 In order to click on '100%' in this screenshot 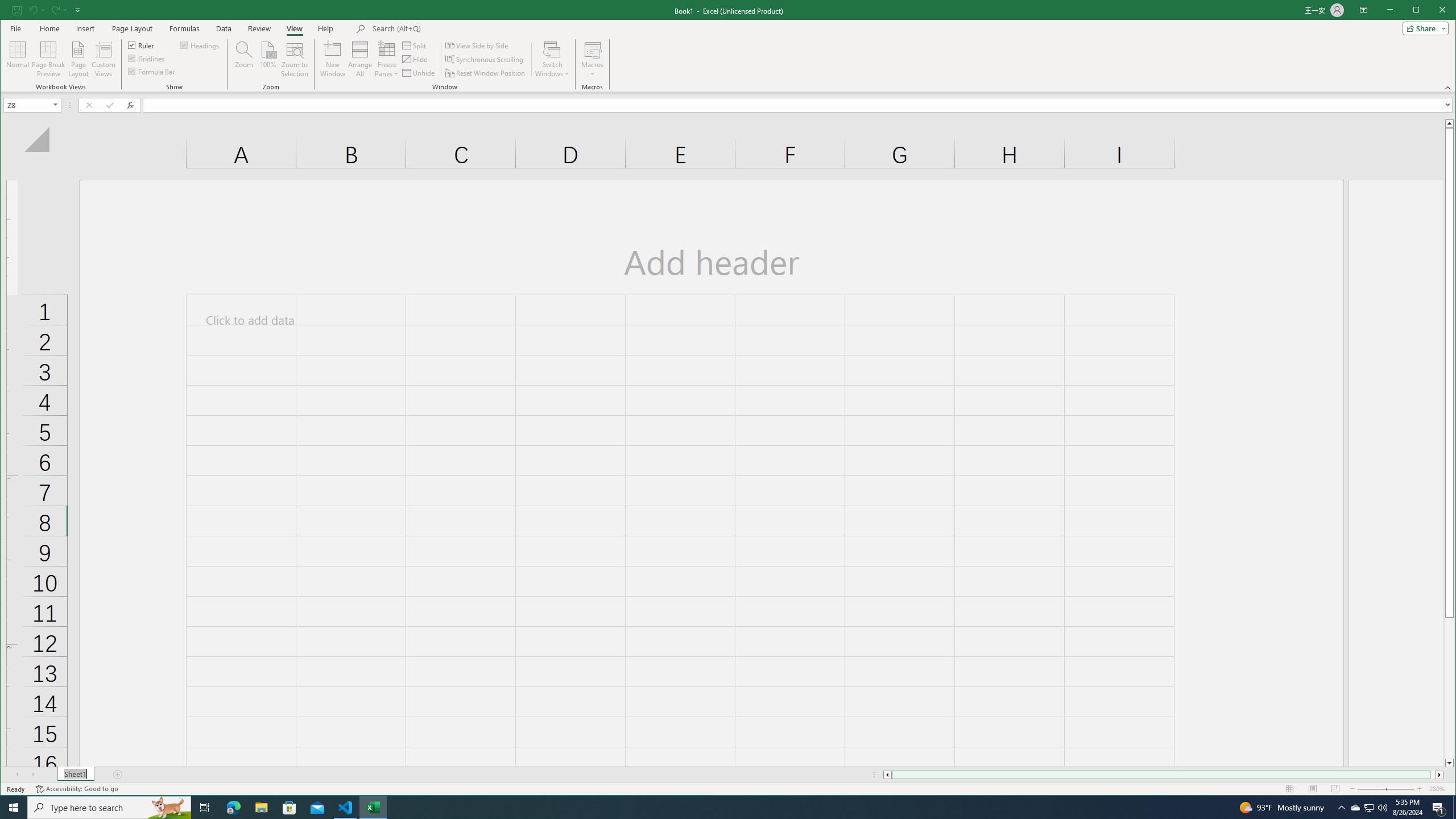, I will do `click(267, 59)`.